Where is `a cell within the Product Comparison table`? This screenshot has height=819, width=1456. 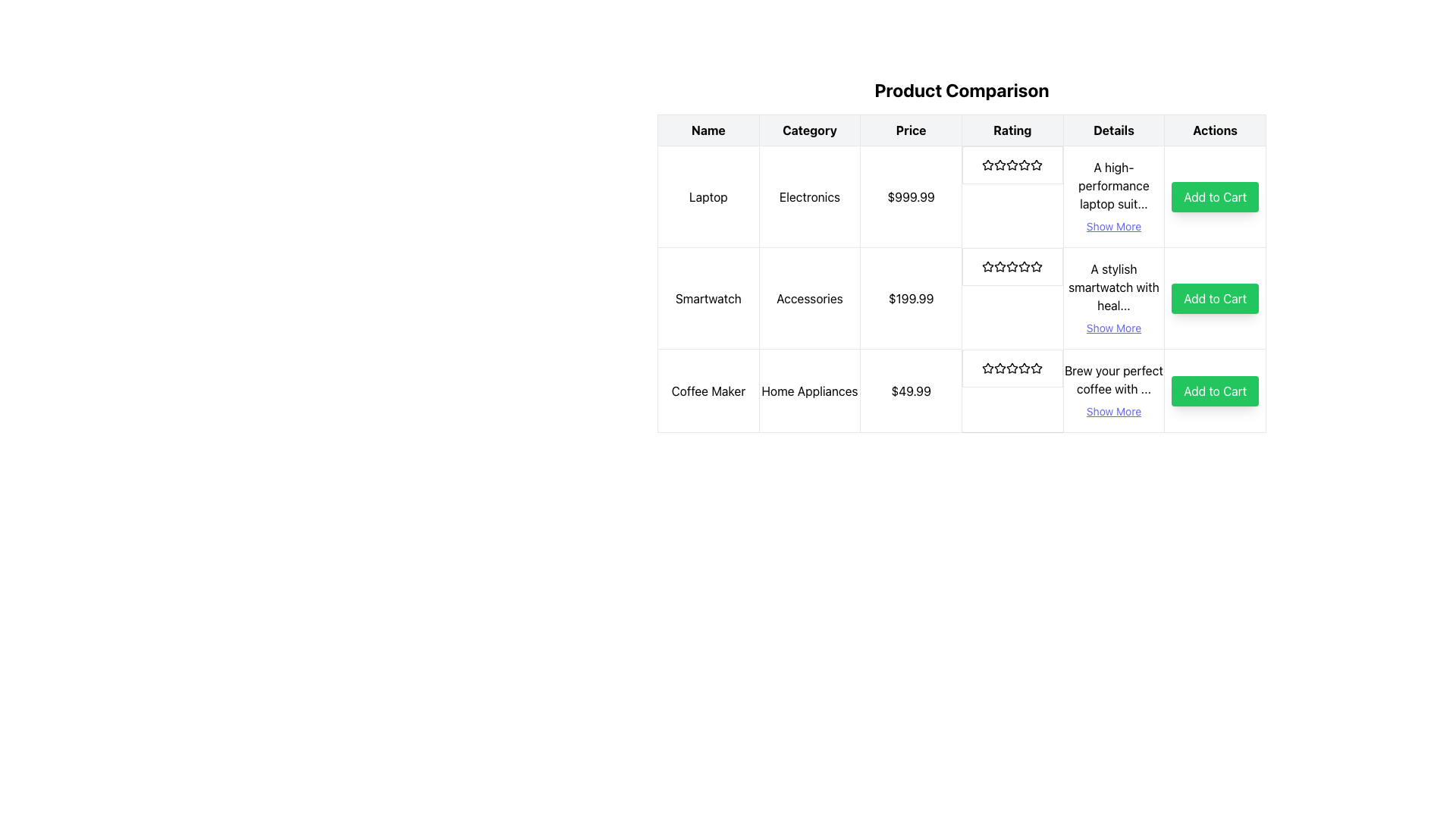 a cell within the Product Comparison table is located at coordinates (961, 274).